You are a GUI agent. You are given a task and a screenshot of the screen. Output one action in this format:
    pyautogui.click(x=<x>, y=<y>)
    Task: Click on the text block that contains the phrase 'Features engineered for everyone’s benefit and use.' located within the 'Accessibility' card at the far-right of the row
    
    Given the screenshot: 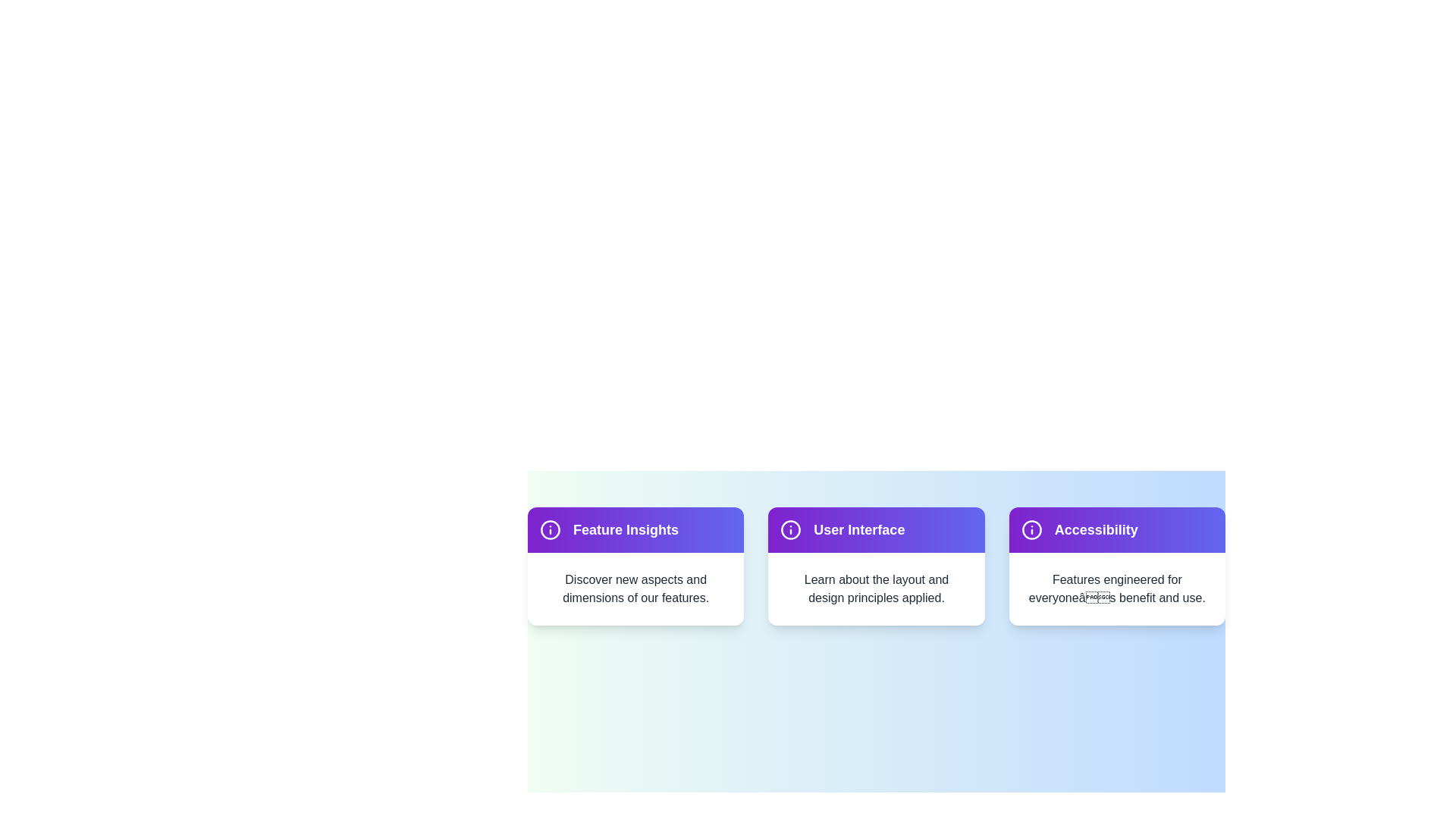 What is the action you would take?
    pyautogui.click(x=1117, y=588)
    